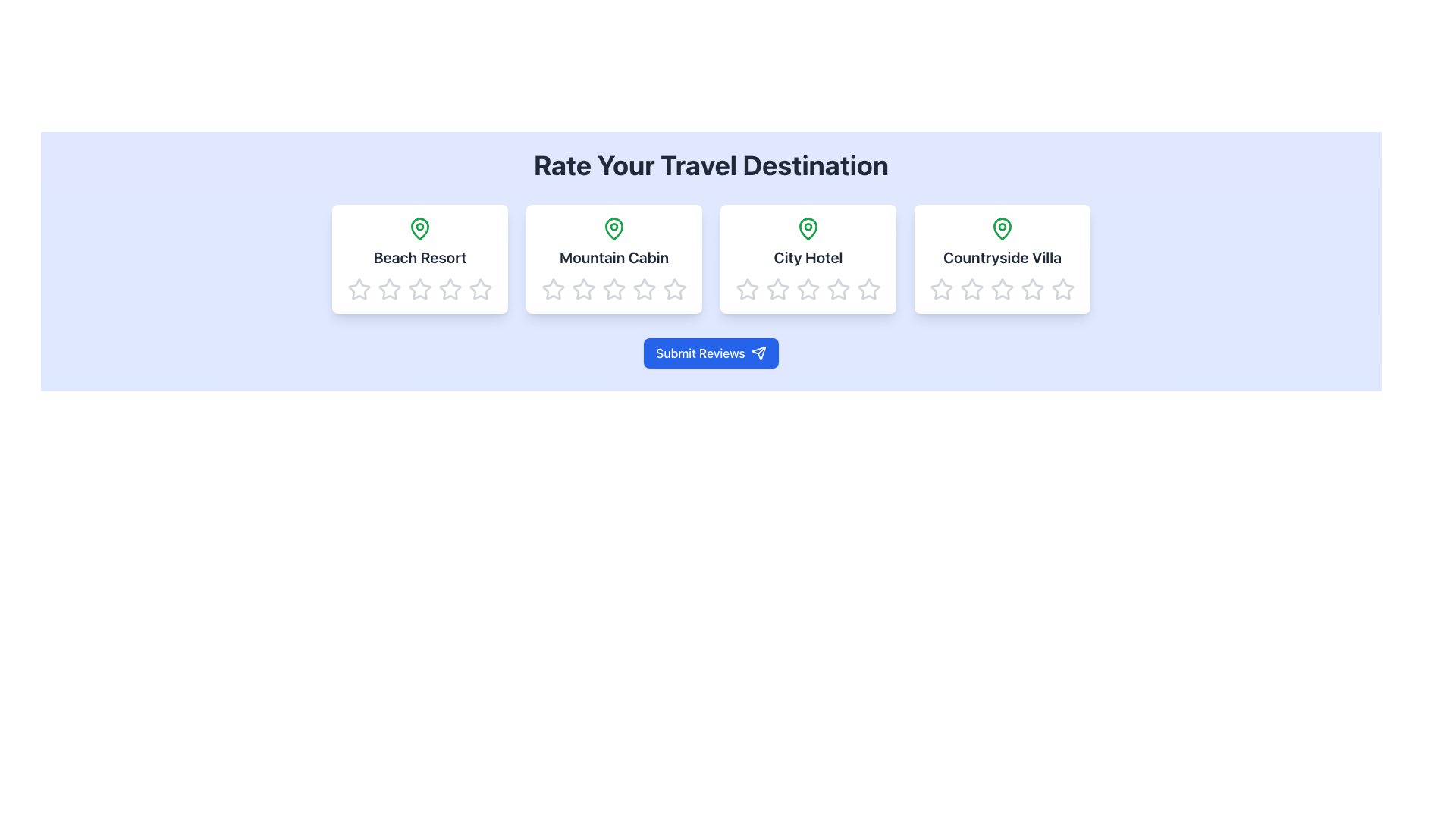 The image size is (1456, 819). What do you see at coordinates (1002, 289) in the screenshot?
I see `the third empty star icon` at bounding box center [1002, 289].